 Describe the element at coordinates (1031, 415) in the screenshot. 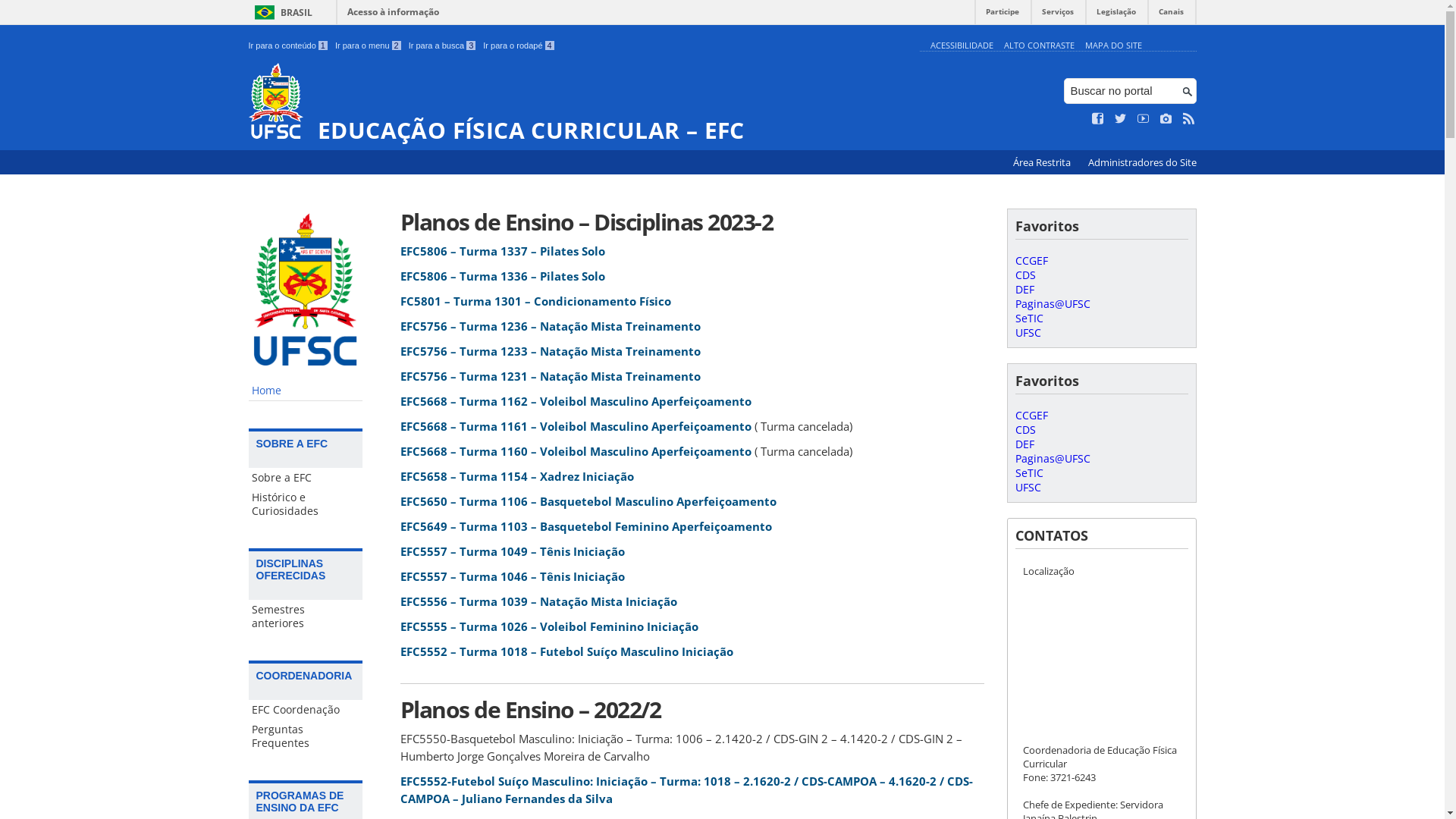

I see `'CCGEF'` at that location.